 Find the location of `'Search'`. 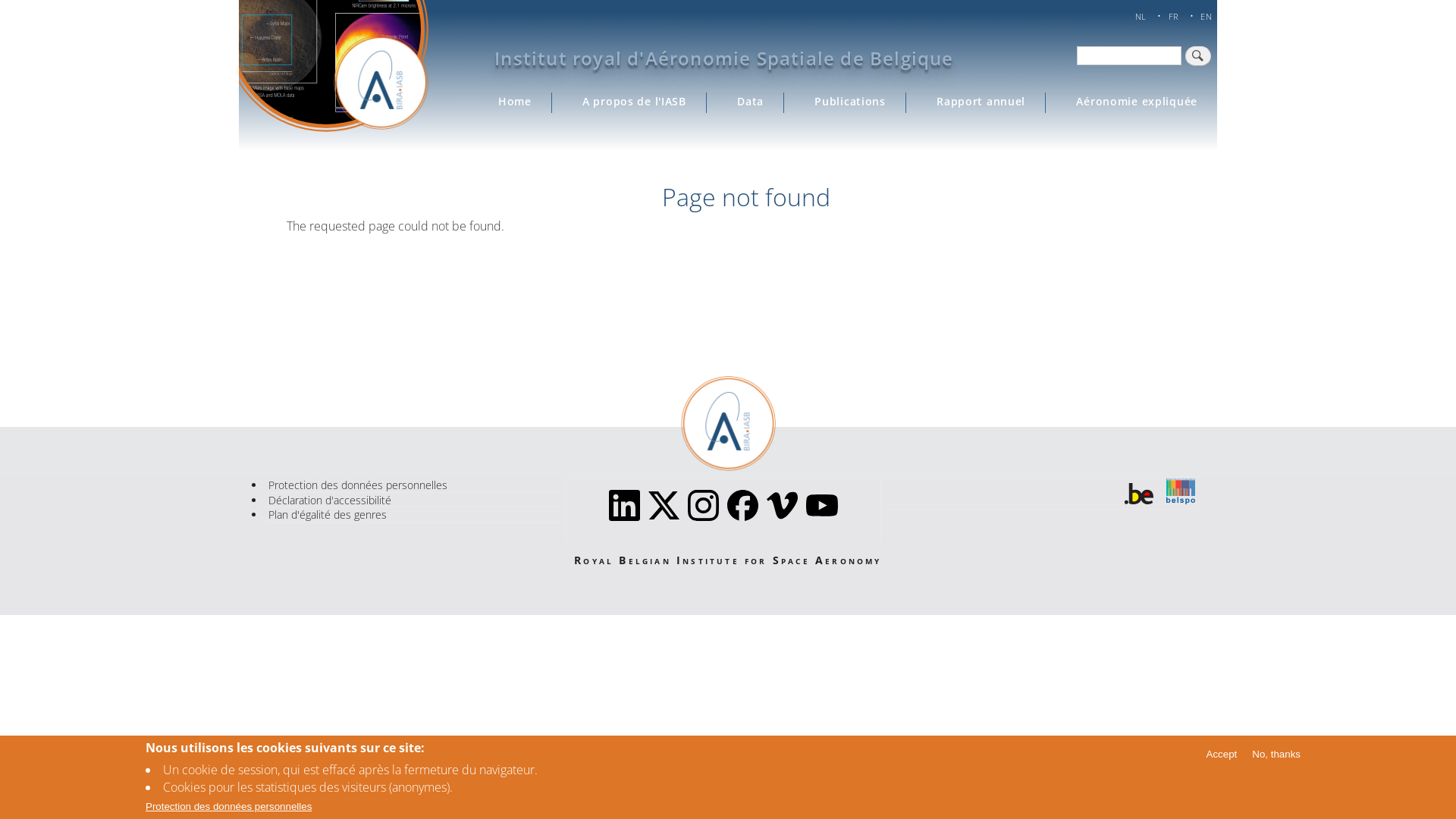

'Search' is located at coordinates (1197, 55).